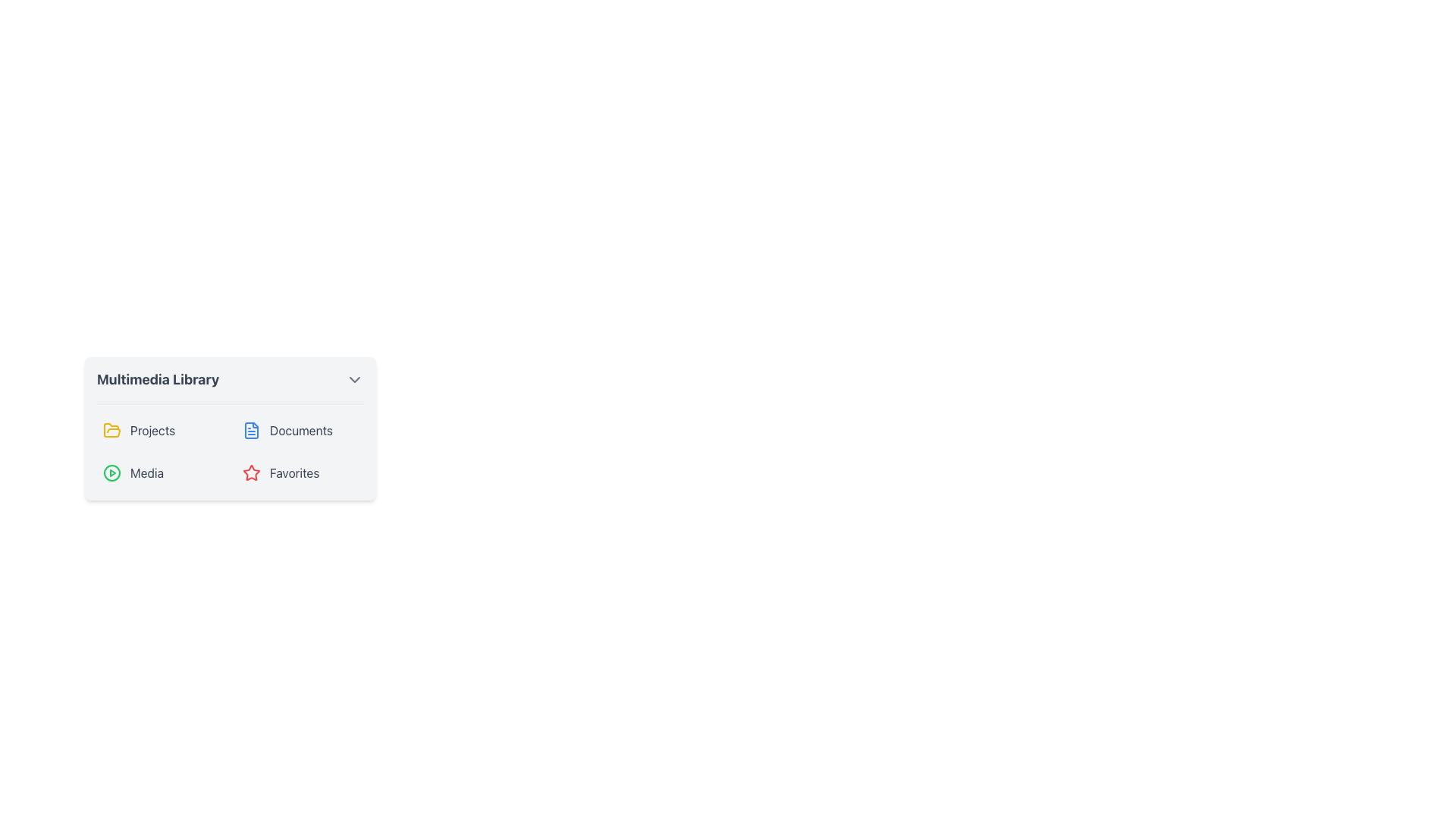  Describe the element at coordinates (353, 379) in the screenshot. I see `the downward-facing chevron icon button located at the rightmost end of the 'Multimedia Library' header` at that location.